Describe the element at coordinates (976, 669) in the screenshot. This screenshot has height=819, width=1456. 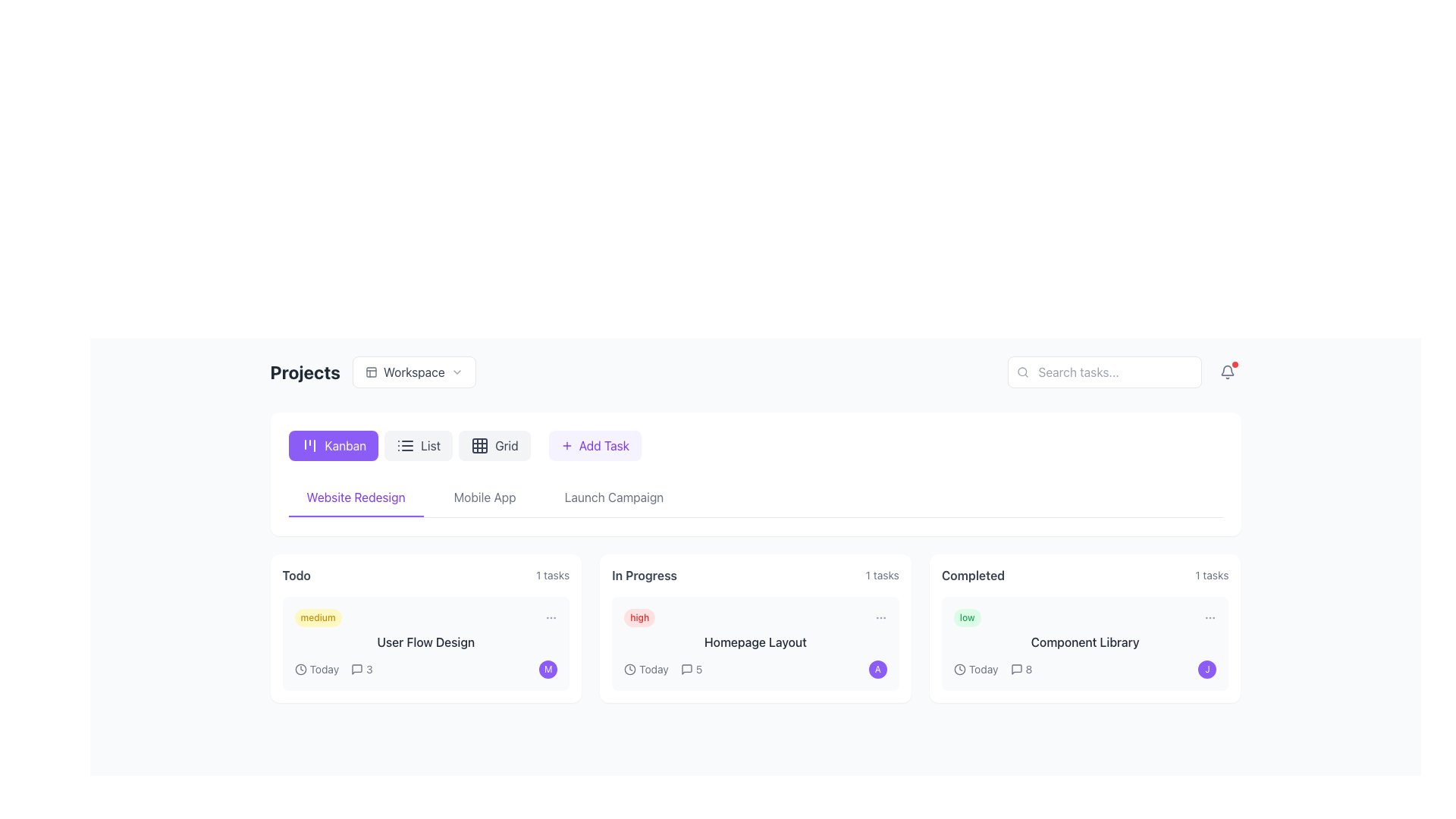
I see `the 'Today' text in the Icon and Text combination component located in the 'Completed' section of the 'Component Library' task card` at that location.